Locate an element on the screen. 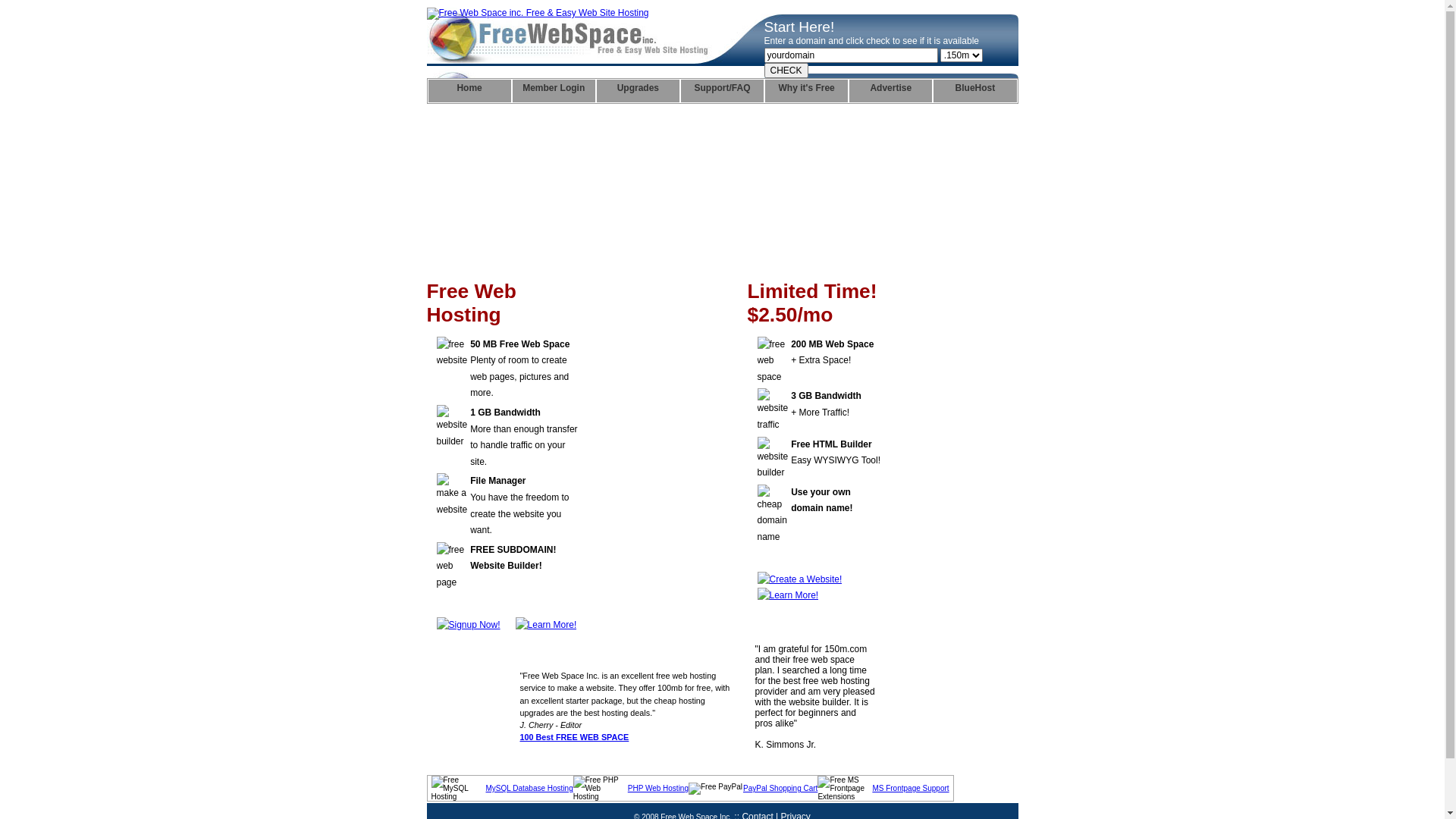 The image size is (1456, 819). 'Member Login' is located at coordinates (513, 90).